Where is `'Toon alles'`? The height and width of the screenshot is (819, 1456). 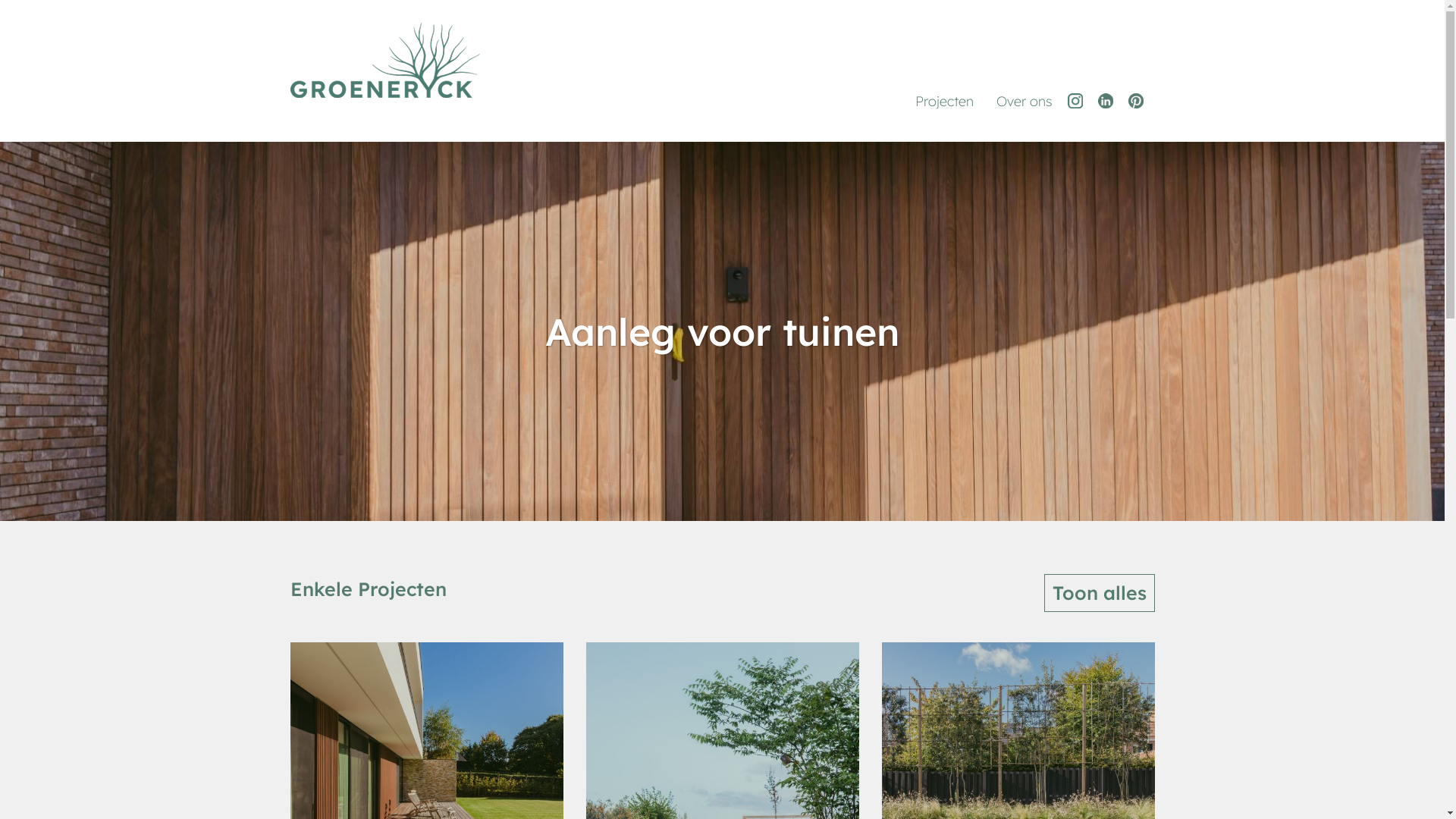 'Toon alles' is located at coordinates (1099, 592).